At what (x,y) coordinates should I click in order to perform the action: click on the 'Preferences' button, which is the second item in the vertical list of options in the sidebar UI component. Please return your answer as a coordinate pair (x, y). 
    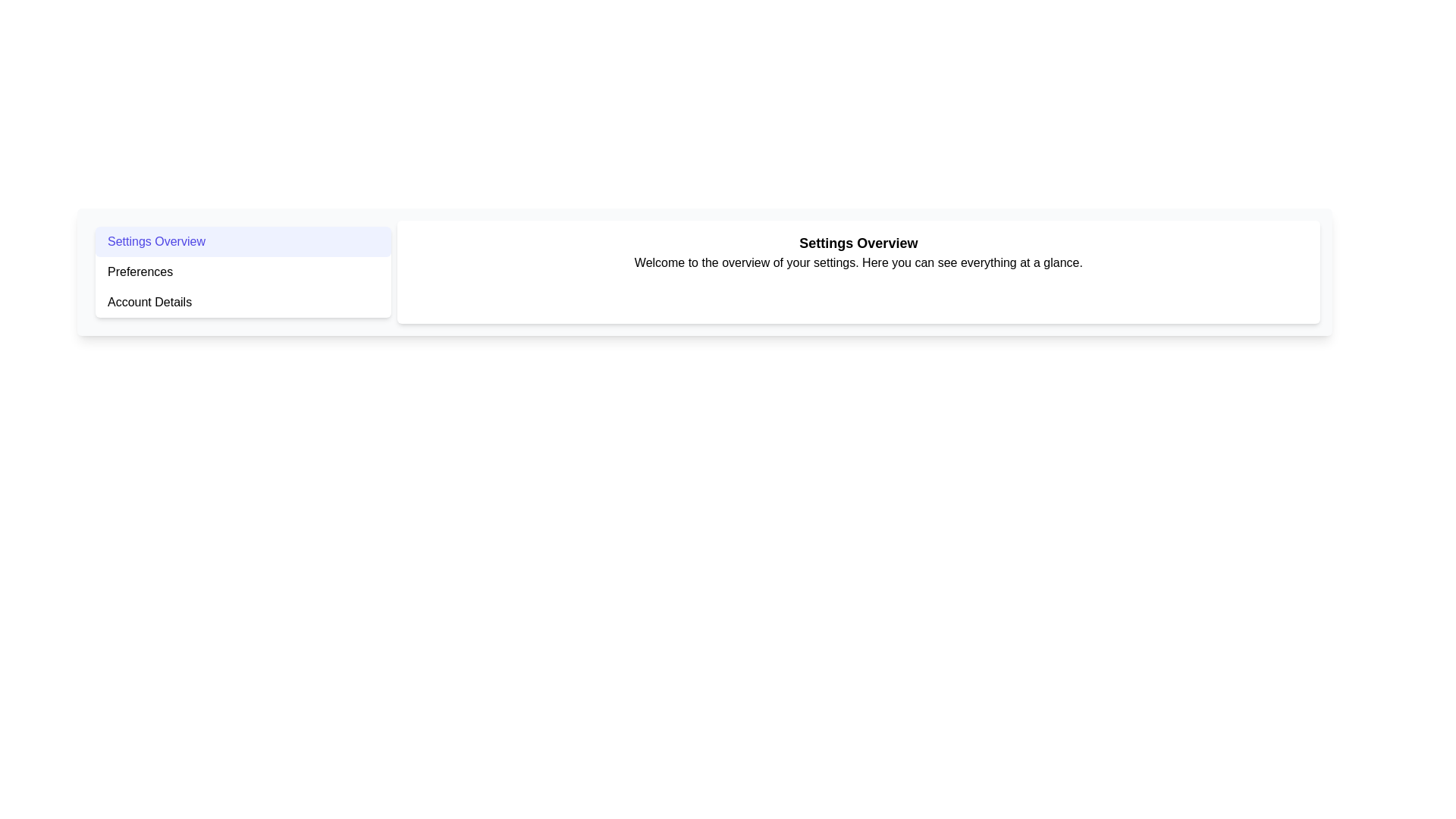
    Looking at the image, I should click on (243, 271).